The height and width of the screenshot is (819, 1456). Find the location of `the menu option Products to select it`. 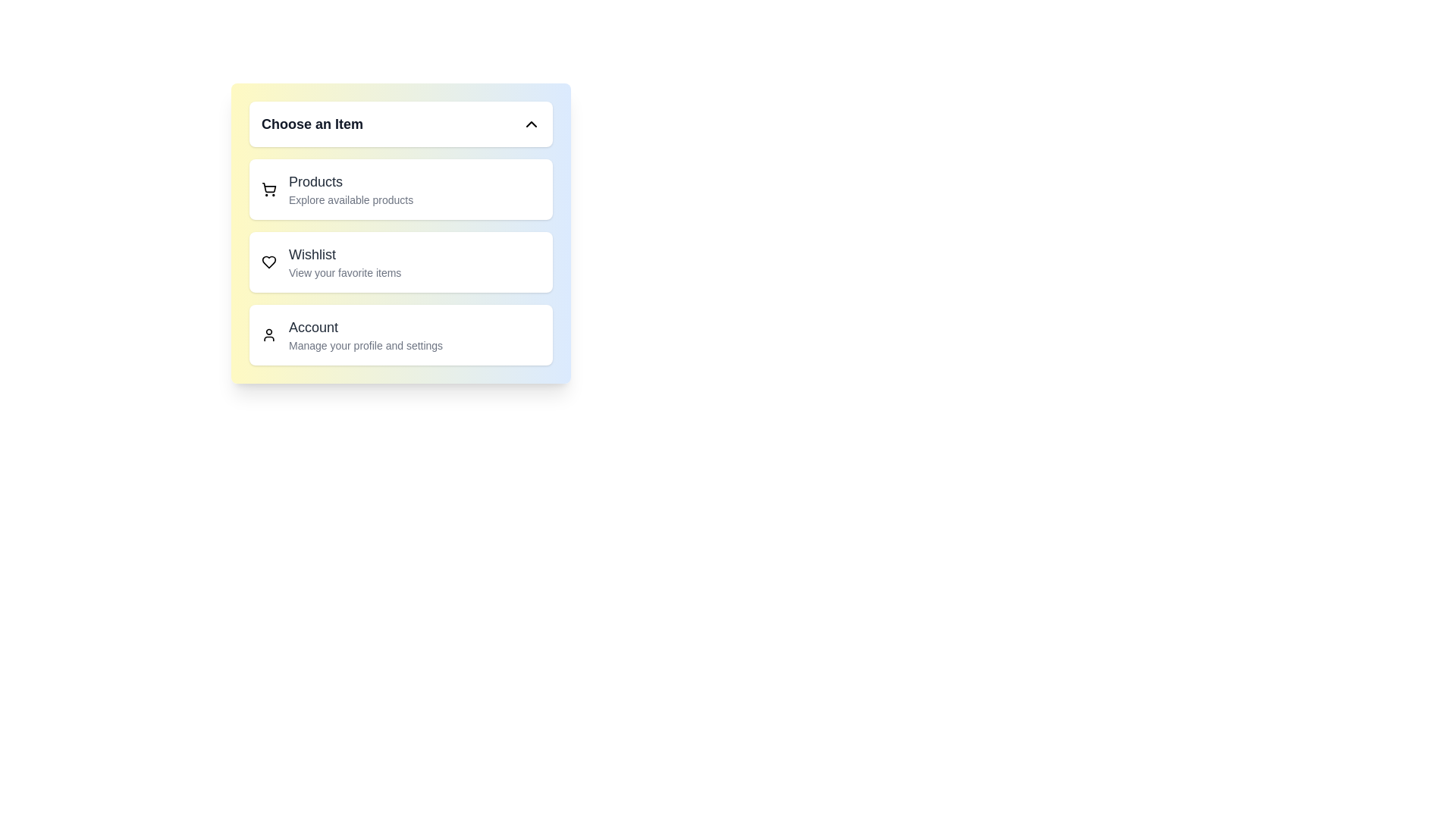

the menu option Products to select it is located at coordinates (400, 189).